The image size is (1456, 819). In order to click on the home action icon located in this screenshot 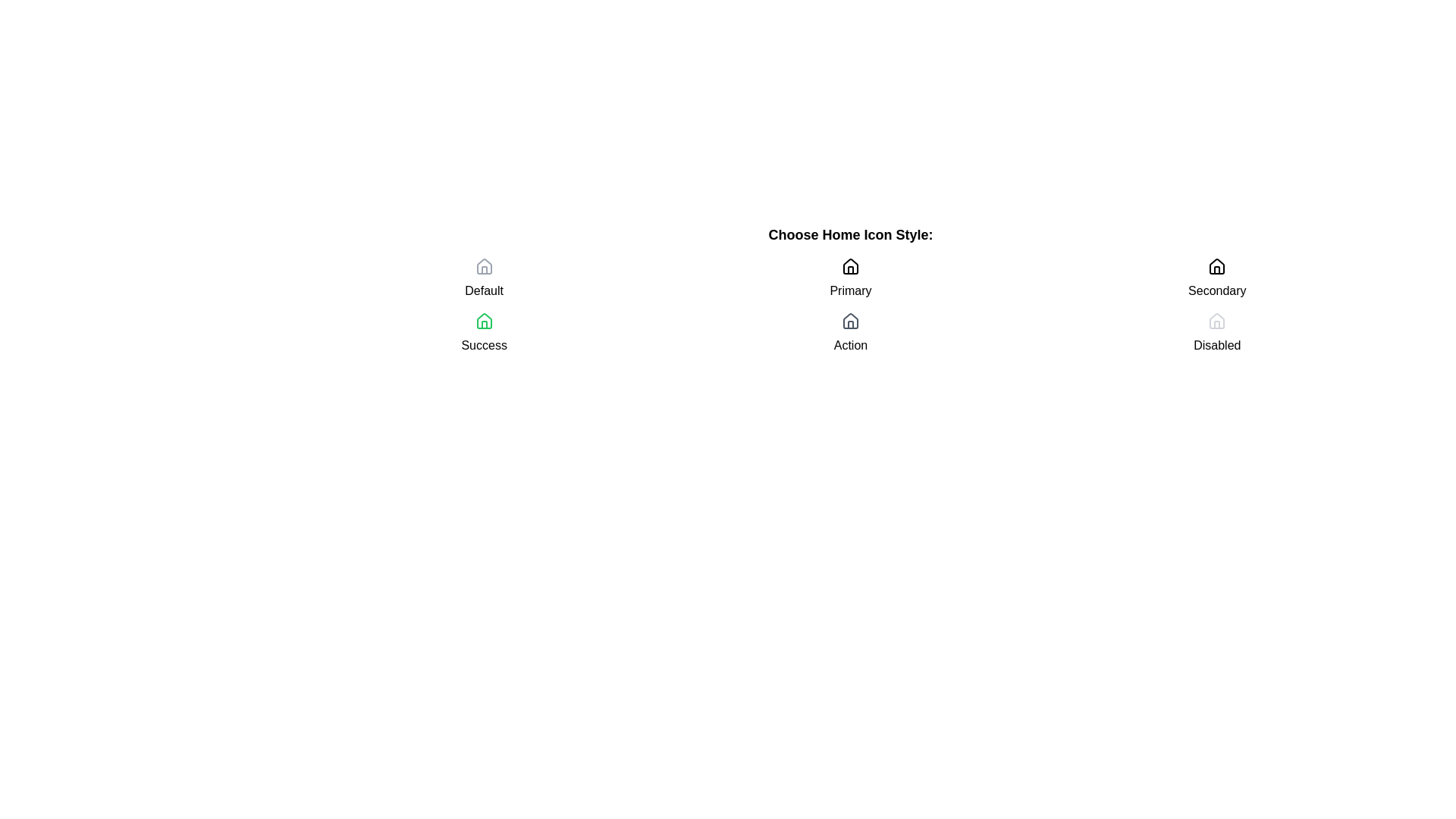, I will do `click(851, 320)`.